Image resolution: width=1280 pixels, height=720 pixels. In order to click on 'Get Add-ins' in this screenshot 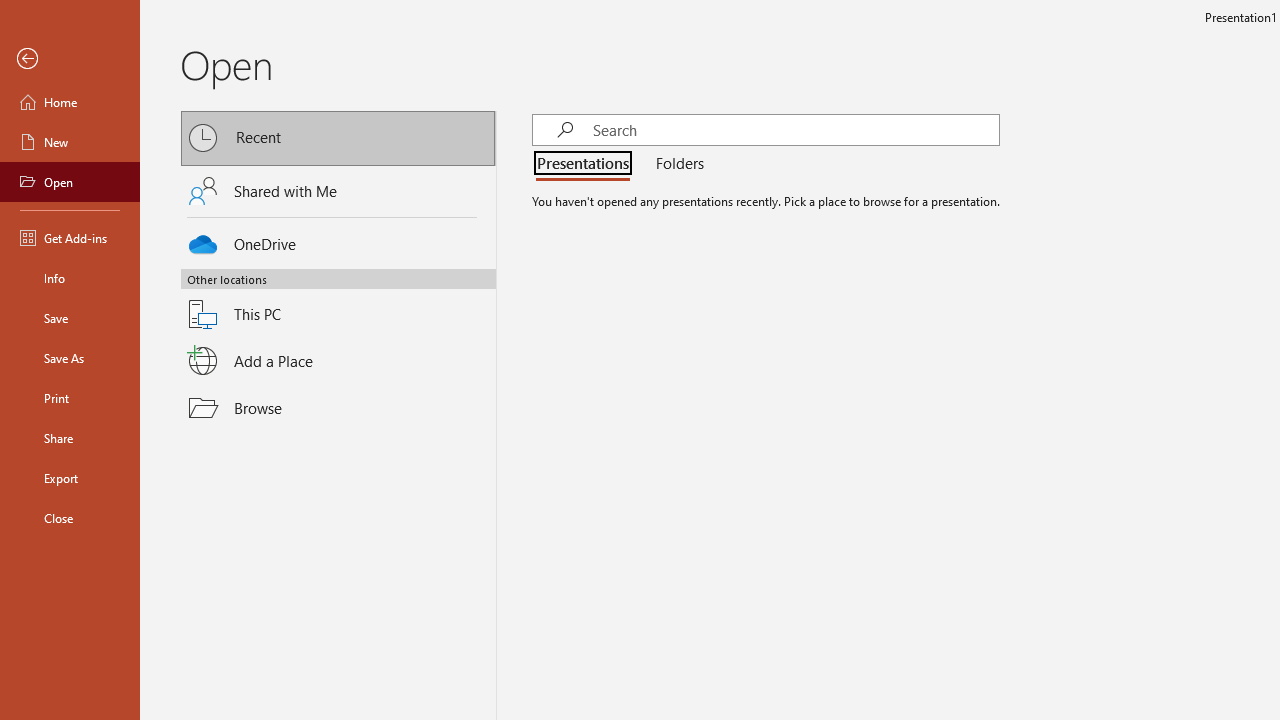, I will do `click(69, 236)`.